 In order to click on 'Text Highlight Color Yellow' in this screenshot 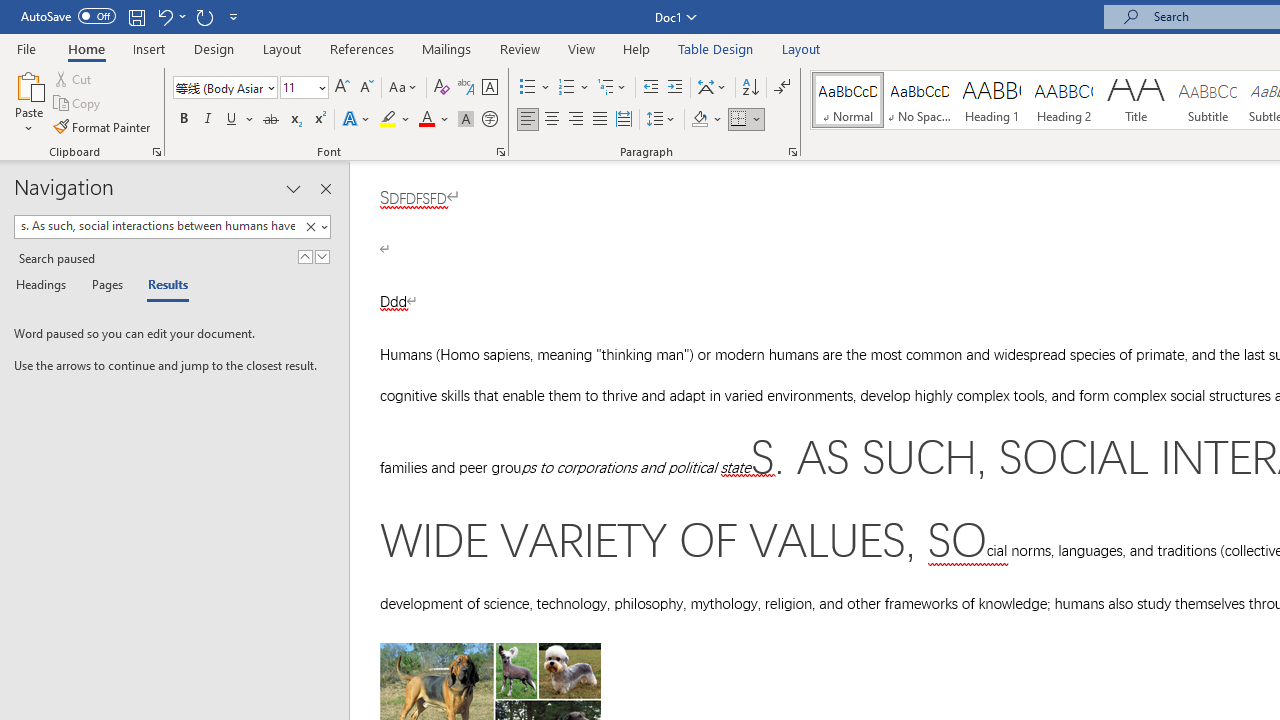, I will do `click(388, 119)`.